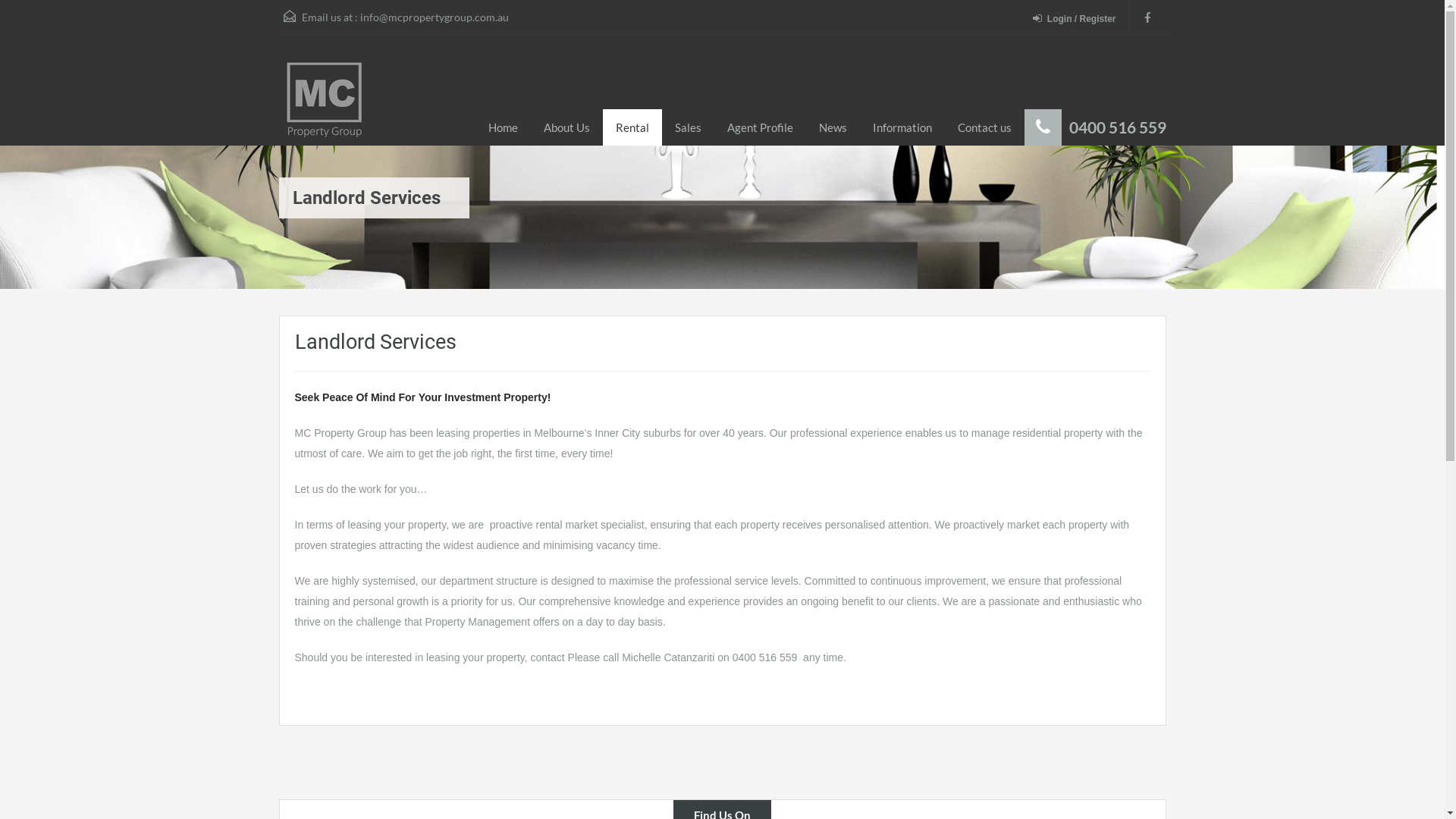 The width and height of the screenshot is (1456, 819). Describe the element at coordinates (760, 127) in the screenshot. I see `'Agent Profile'` at that location.